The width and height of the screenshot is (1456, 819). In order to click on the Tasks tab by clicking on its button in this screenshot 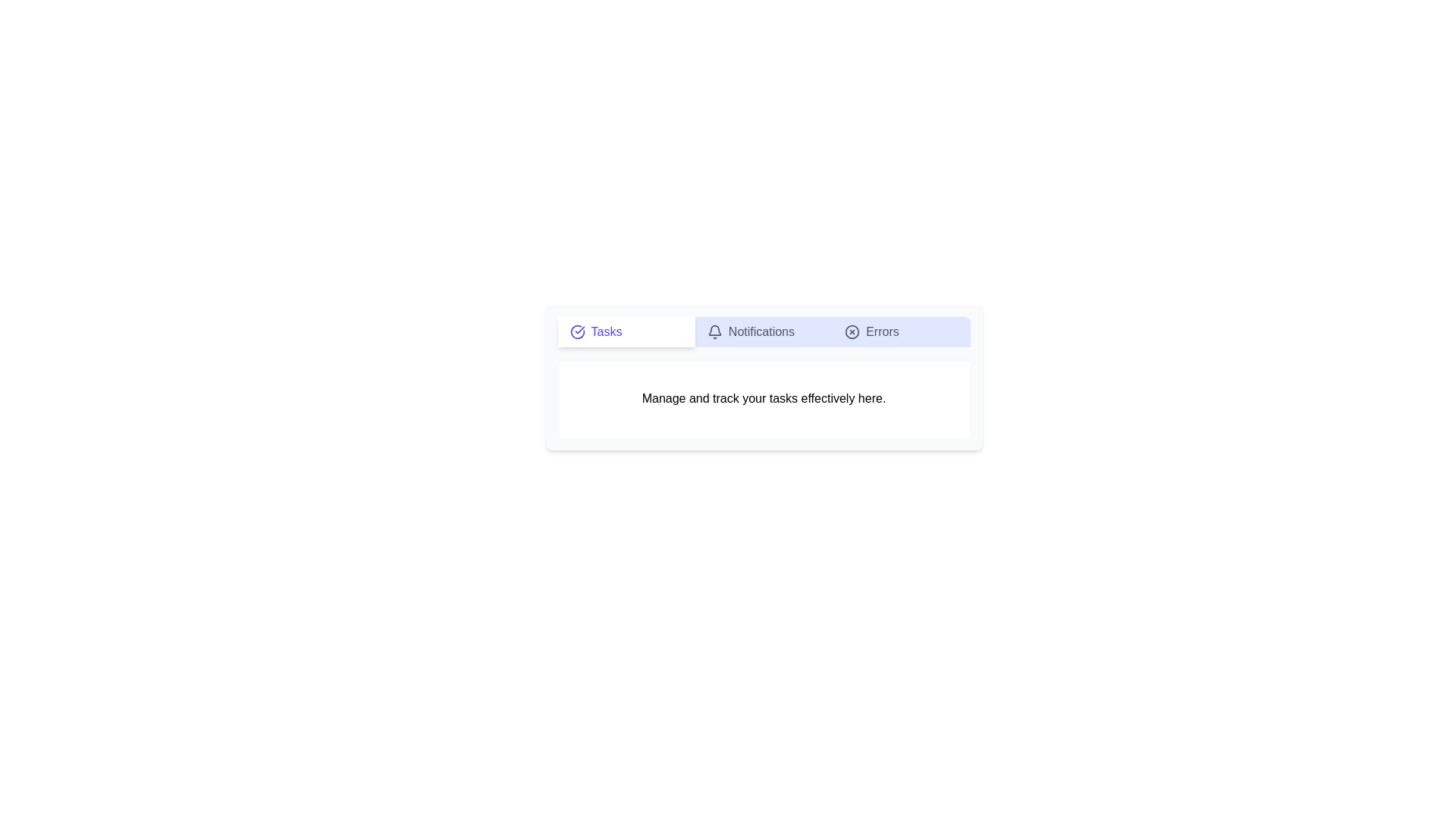, I will do `click(626, 331)`.